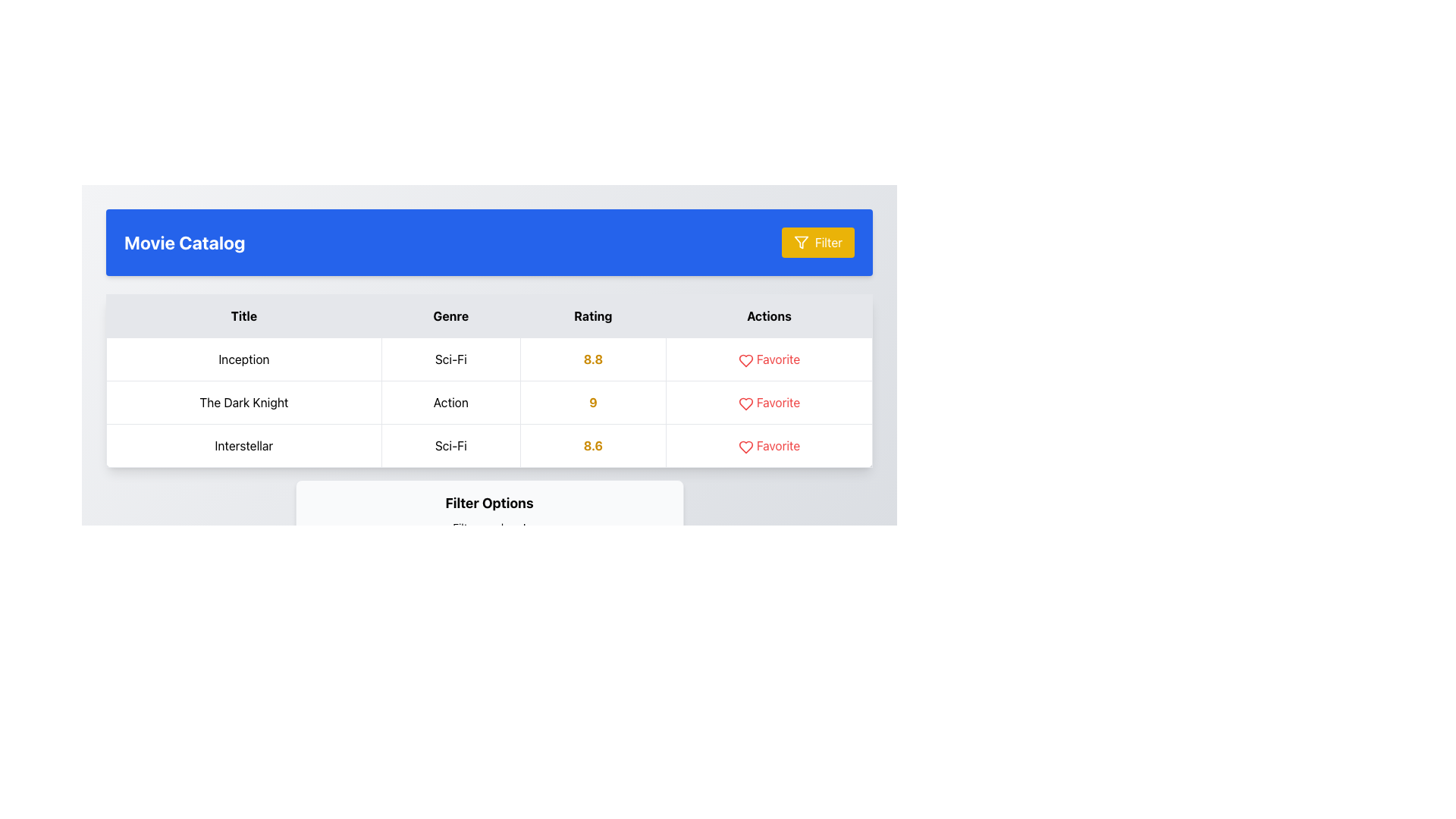  I want to click on the favorite icon located in the 'Actions' column of the table for the movie 'Inception', so click(745, 403).